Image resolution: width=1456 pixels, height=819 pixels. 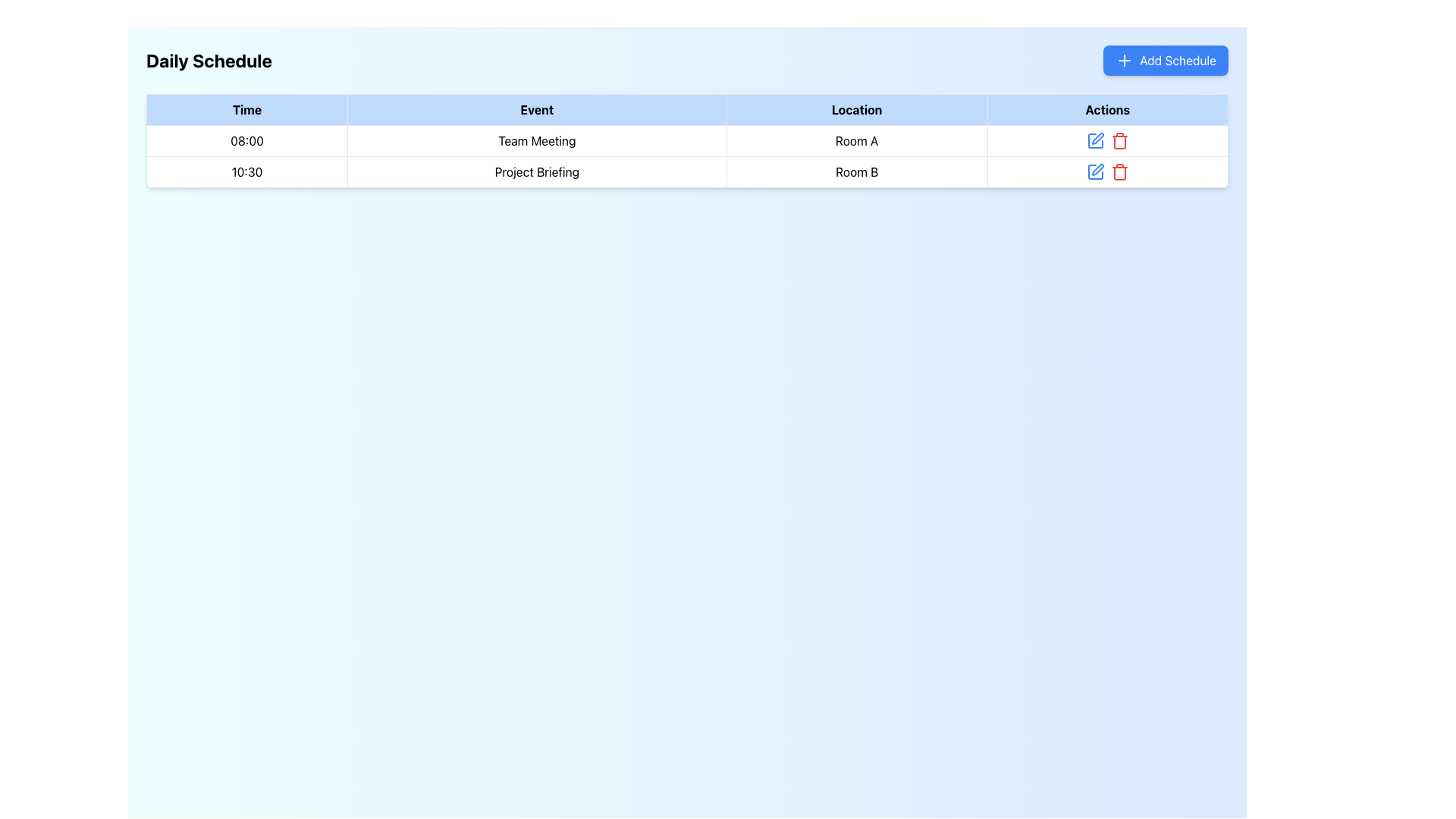 I want to click on the text label displaying 'Room B' that is aligned left in the 'Location' column of the schedule table, located in the third cell corresponding to the '10:30' time slot, so click(x=857, y=171).